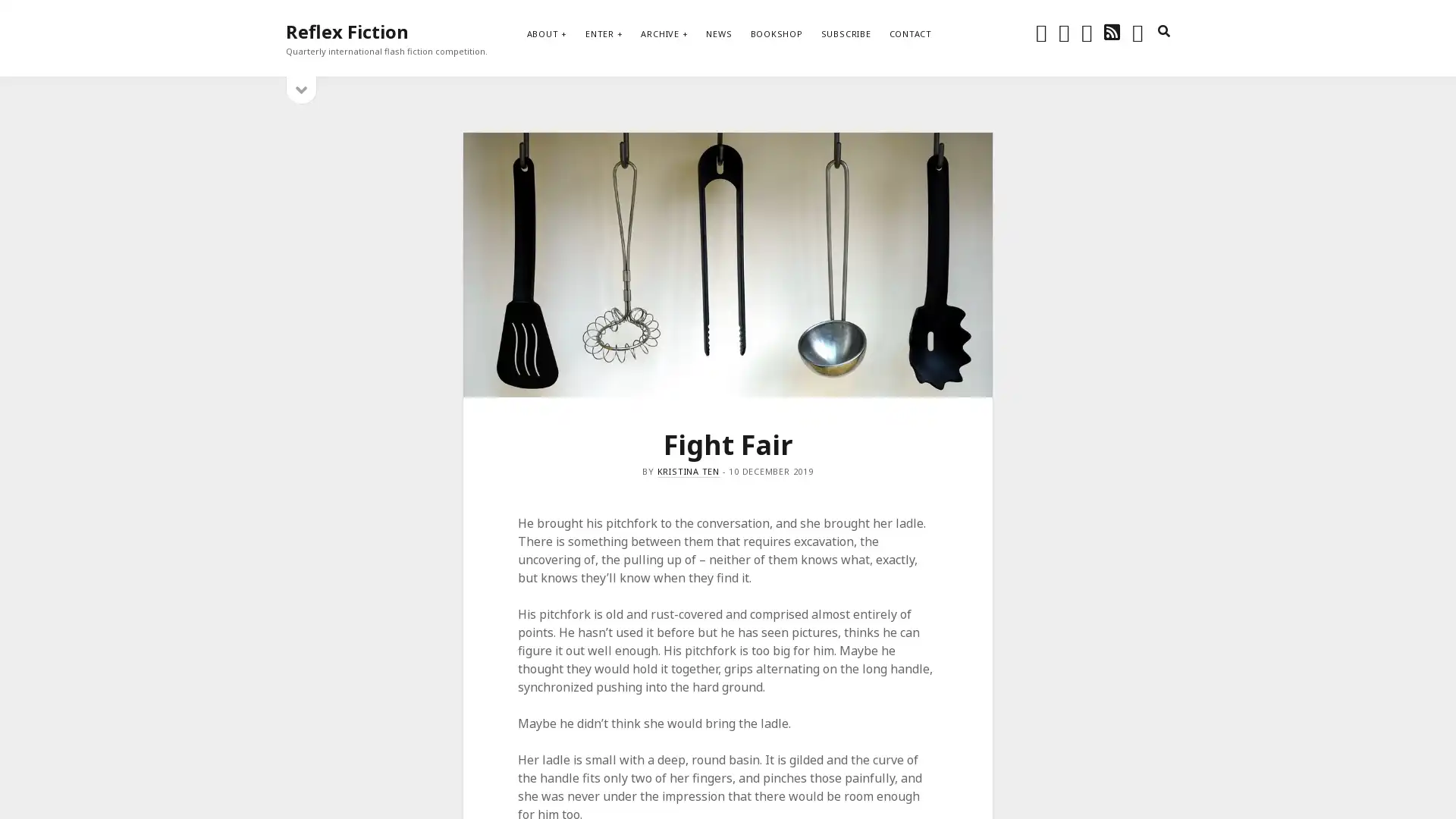 The image size is (1456, 819). I want to click on open sidebar, so click(300, 90).